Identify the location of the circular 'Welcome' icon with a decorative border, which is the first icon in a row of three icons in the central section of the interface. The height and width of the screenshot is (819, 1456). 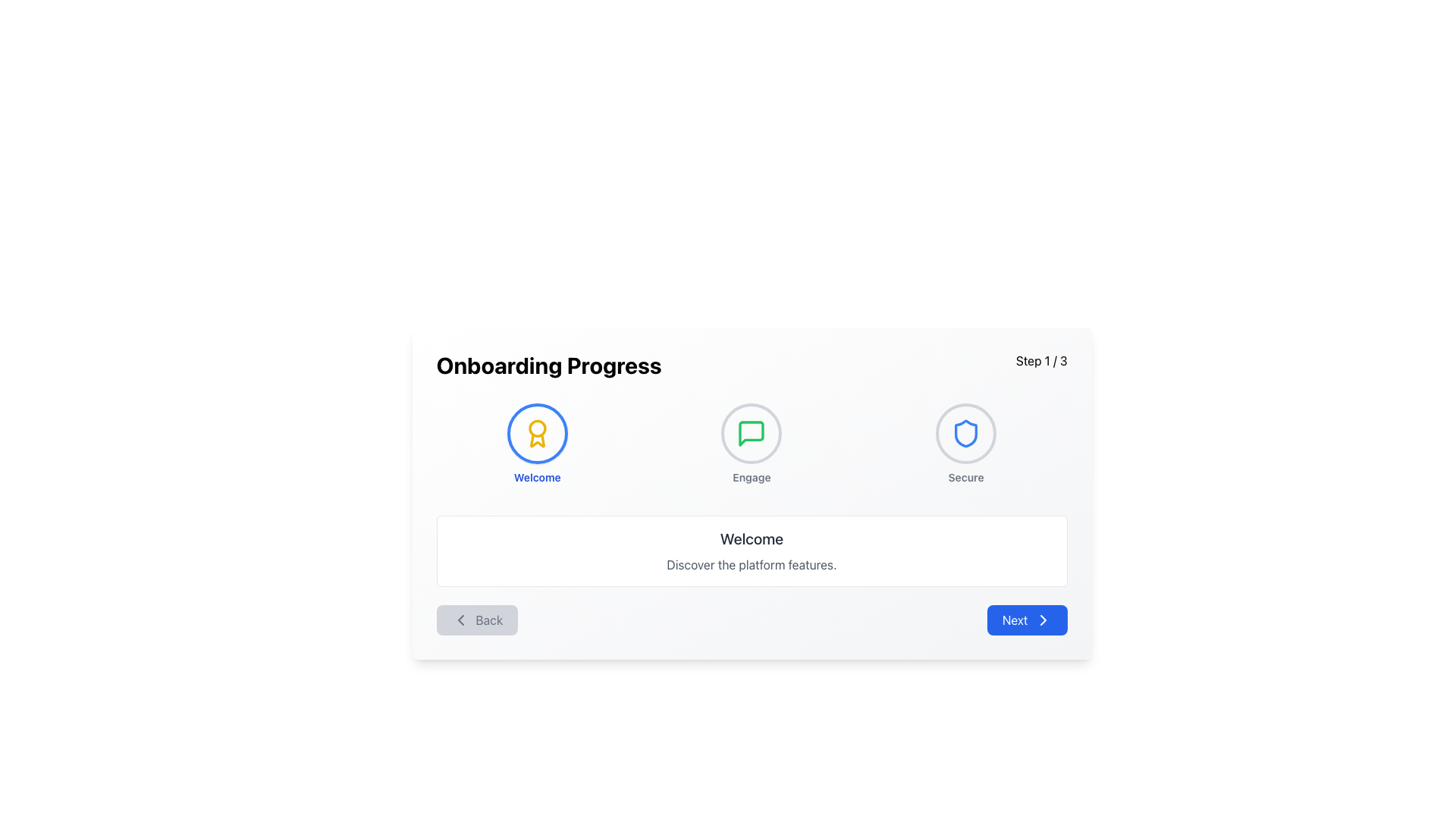
(537, 433).